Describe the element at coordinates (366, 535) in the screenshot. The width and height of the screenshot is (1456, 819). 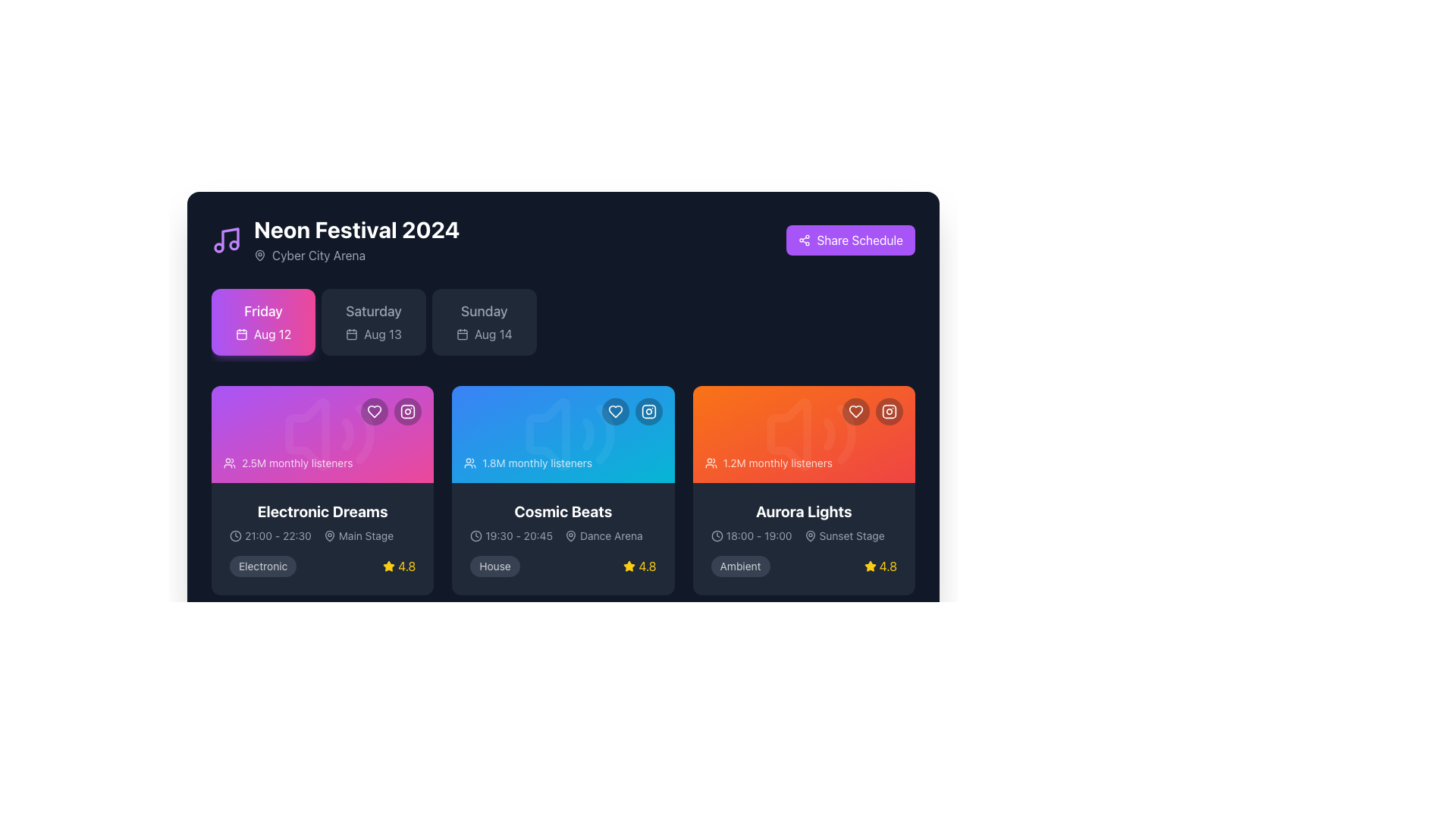
I see `'Main Stage' text label located beneath the 'Electronic Dreams' section in the layouts grid, which appears in white on a dark background` at that location.